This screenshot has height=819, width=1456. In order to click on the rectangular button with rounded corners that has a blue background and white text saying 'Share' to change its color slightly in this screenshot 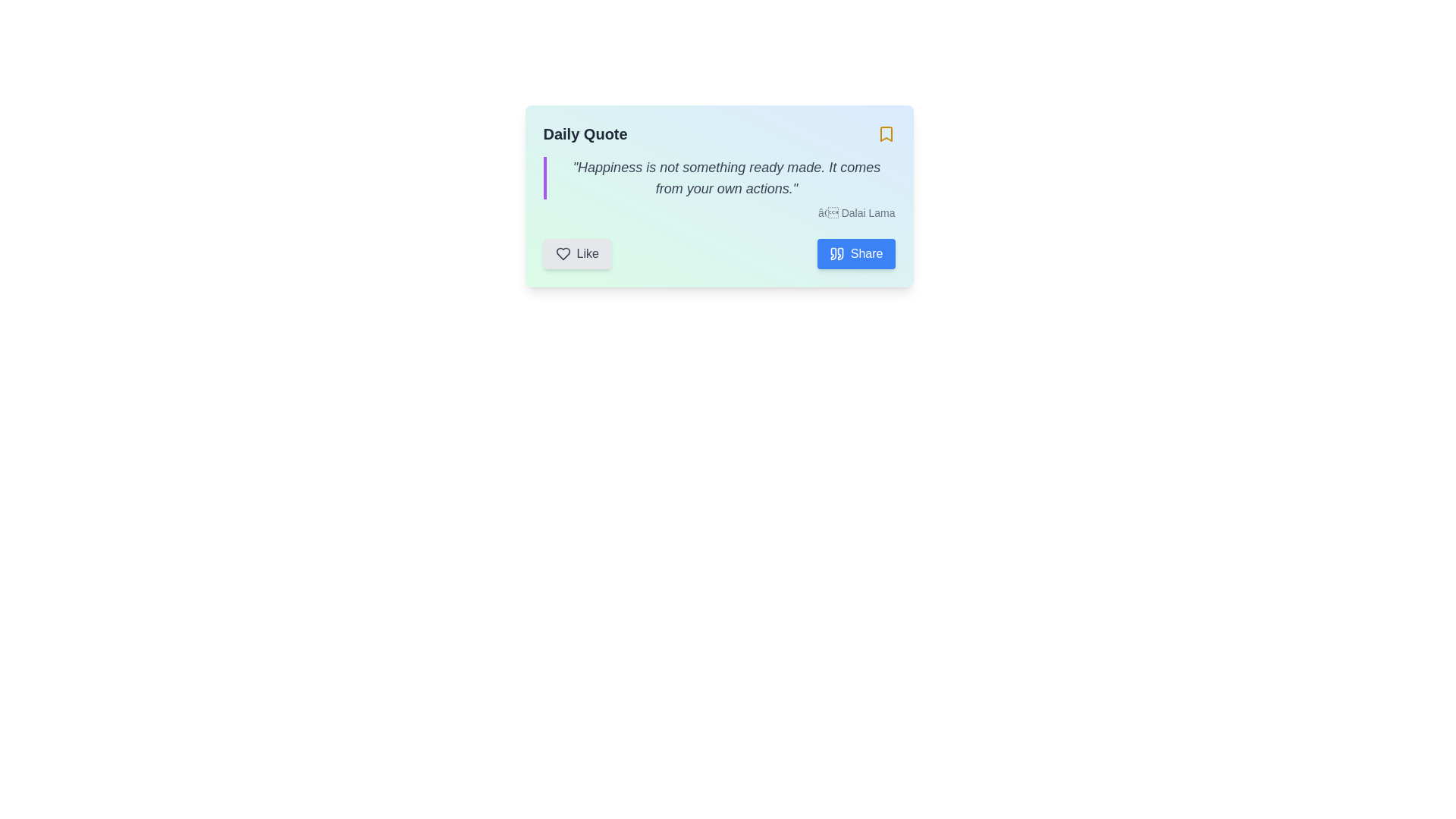, I will do `click(856, 253)`.